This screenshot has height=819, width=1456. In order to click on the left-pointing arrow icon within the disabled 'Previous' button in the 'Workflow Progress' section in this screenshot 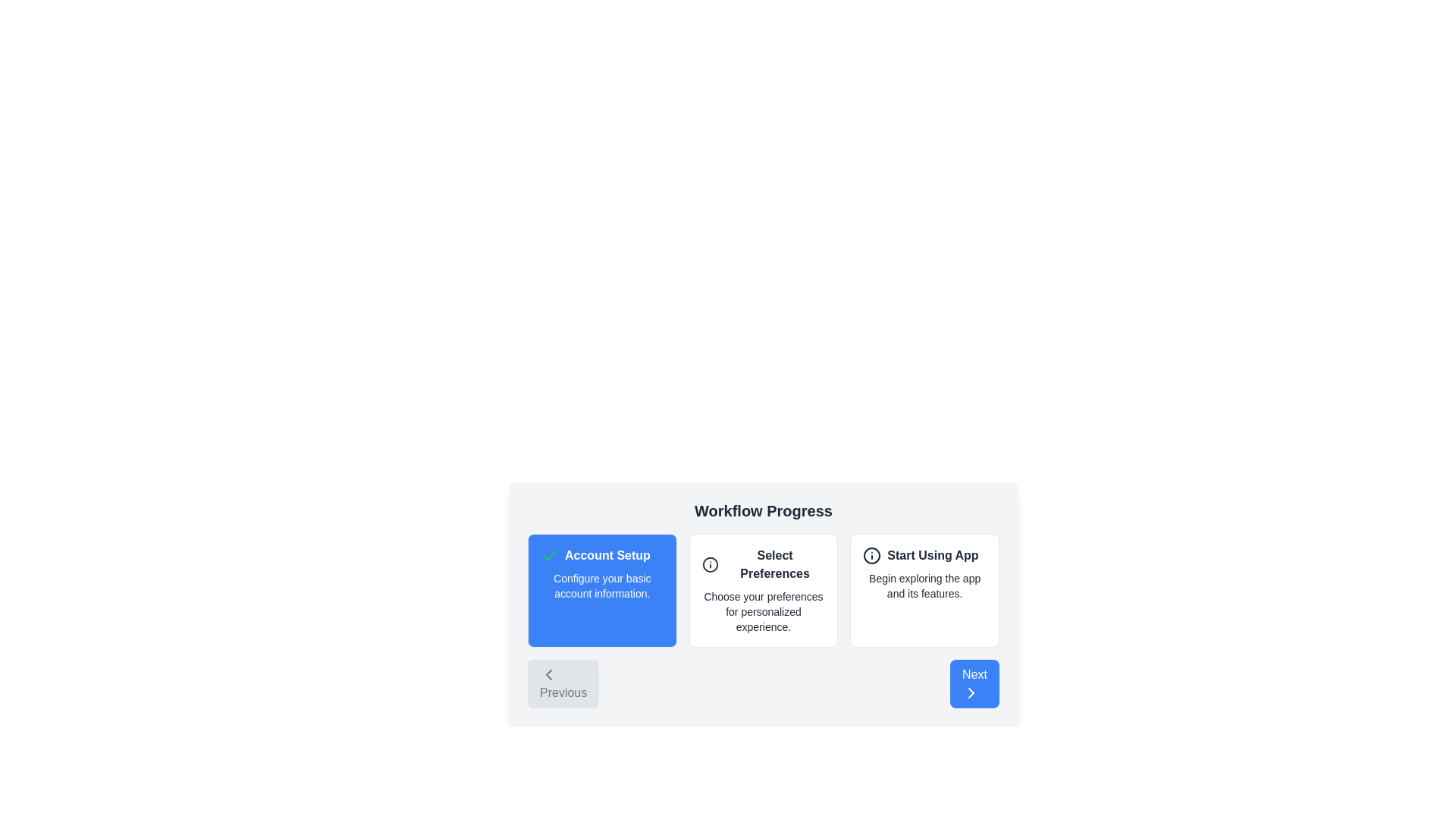, I will do `click(548, 674)`.